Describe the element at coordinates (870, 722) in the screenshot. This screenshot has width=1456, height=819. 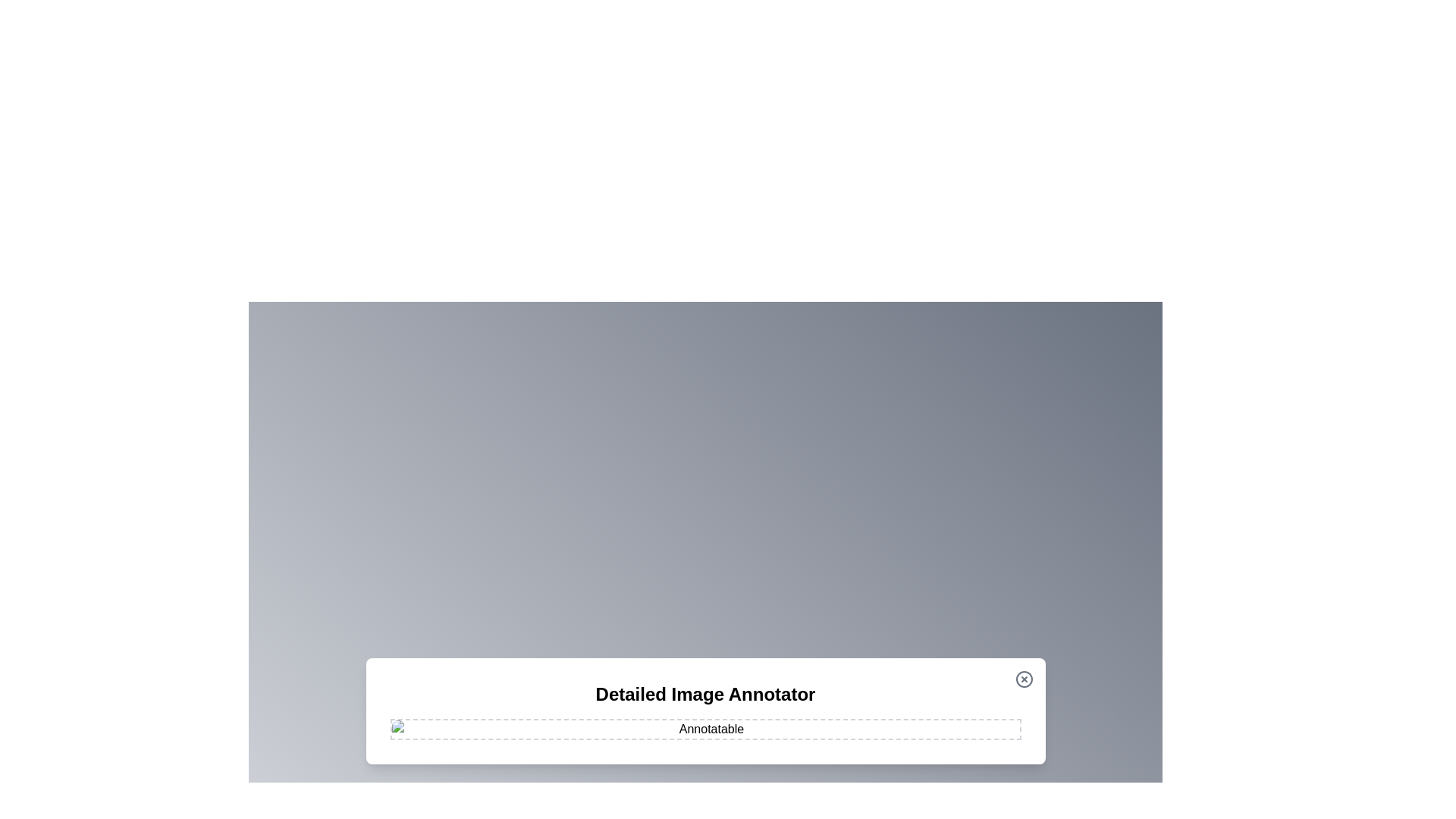
I see `the image at coordinates (1147, 954) to add an annotation` at that location.